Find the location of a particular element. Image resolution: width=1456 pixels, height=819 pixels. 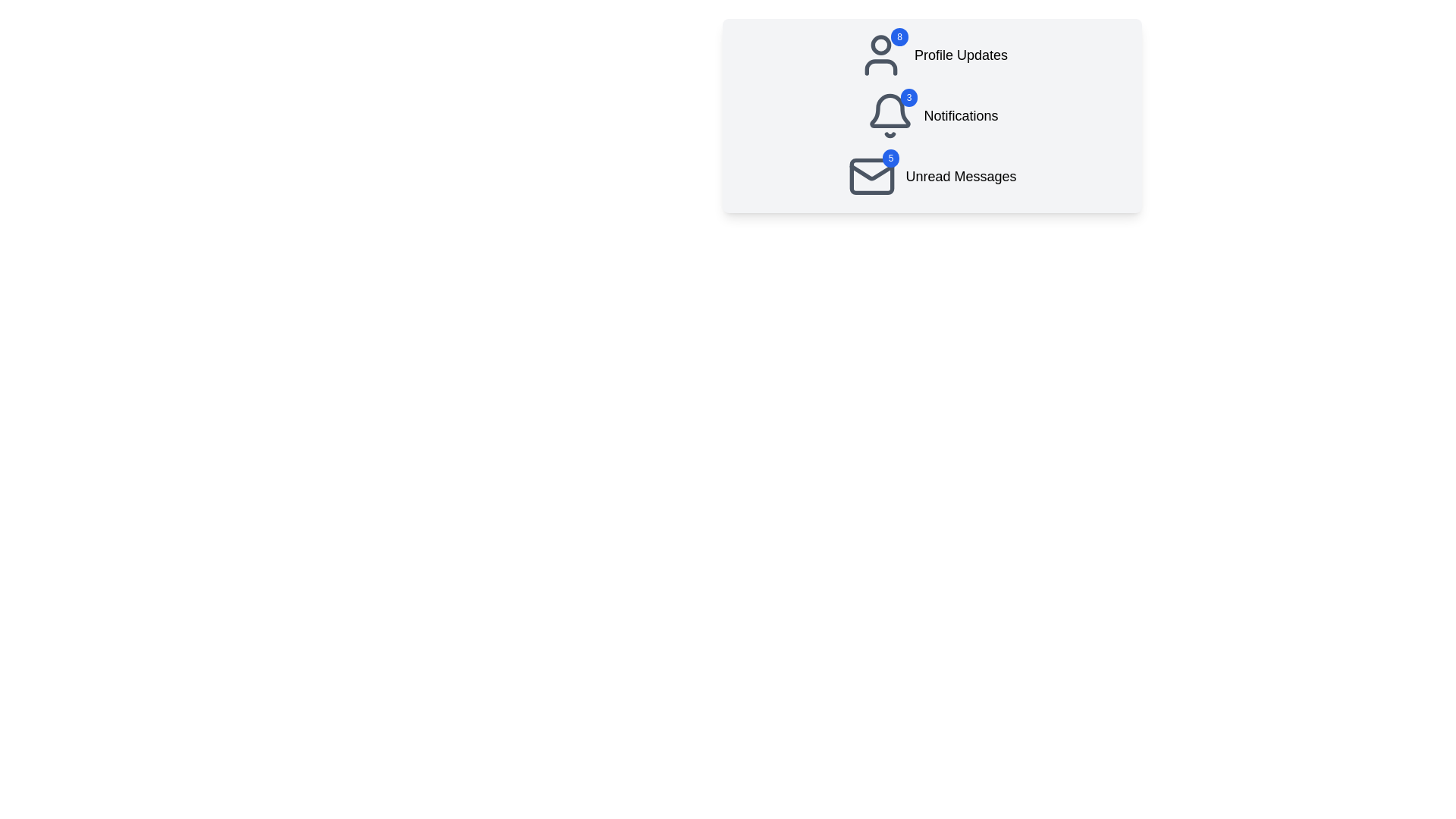

the bell-shaped notification icon, which is gray and located in the middle of the notification menu, directly above the 'Notifications' label is located at coordinates (890, 110).